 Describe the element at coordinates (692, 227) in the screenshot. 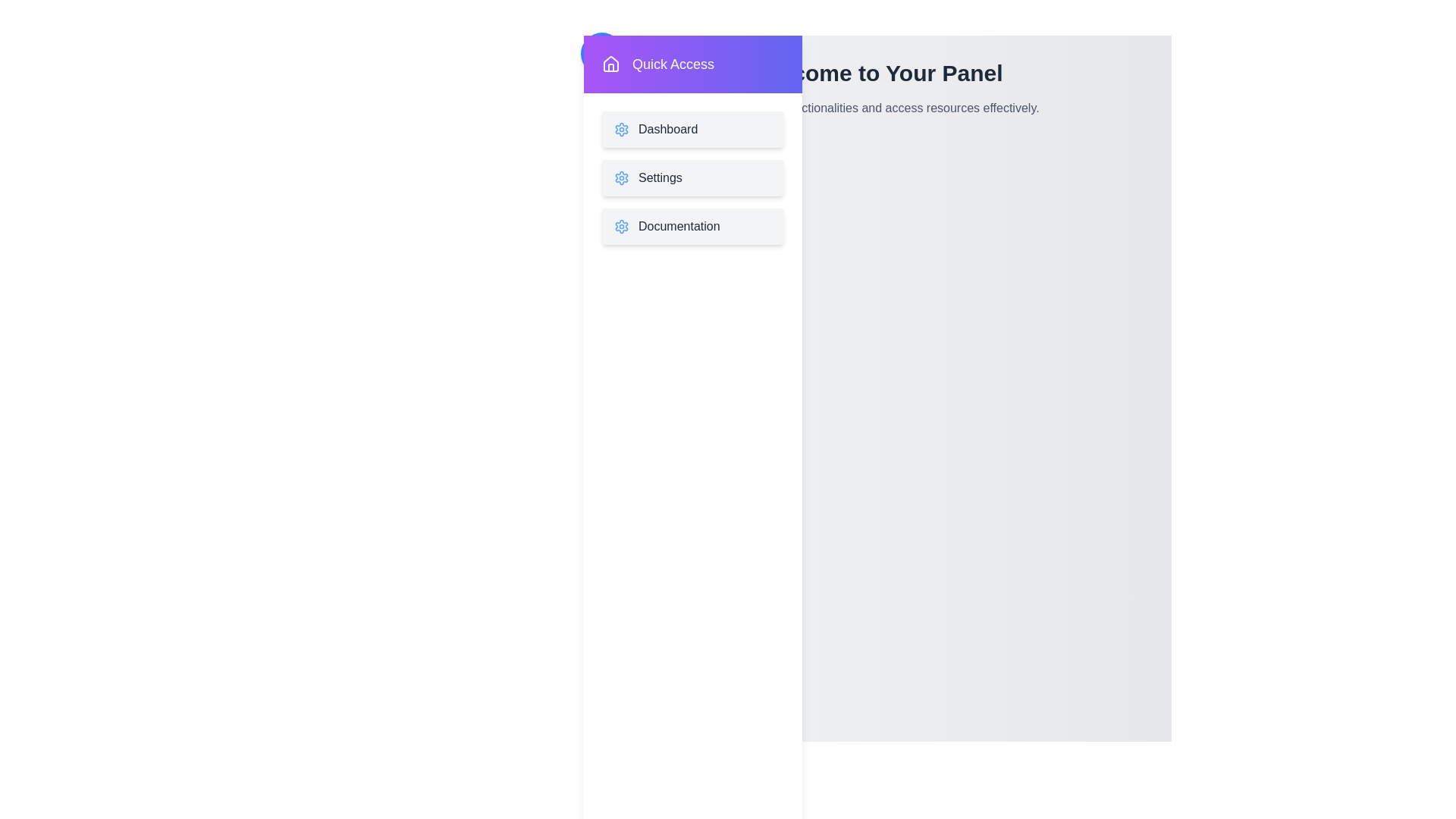

I see `the 'Documentation' menu item in the drawer` at that location.